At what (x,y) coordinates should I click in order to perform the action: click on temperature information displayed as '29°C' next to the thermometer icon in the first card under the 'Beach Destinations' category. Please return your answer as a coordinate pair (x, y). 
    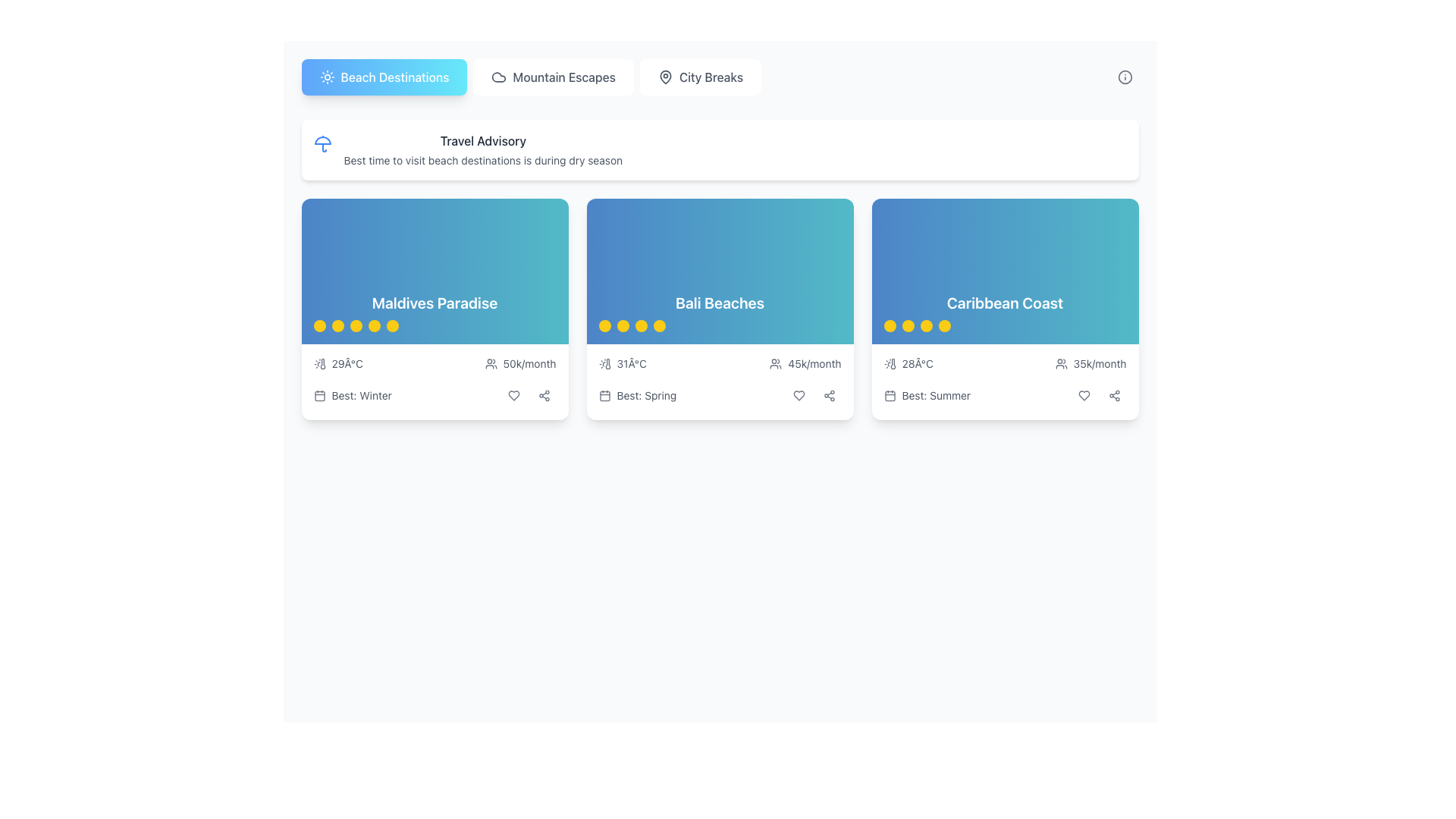
    Looking at the image, I should click on (337, 363).